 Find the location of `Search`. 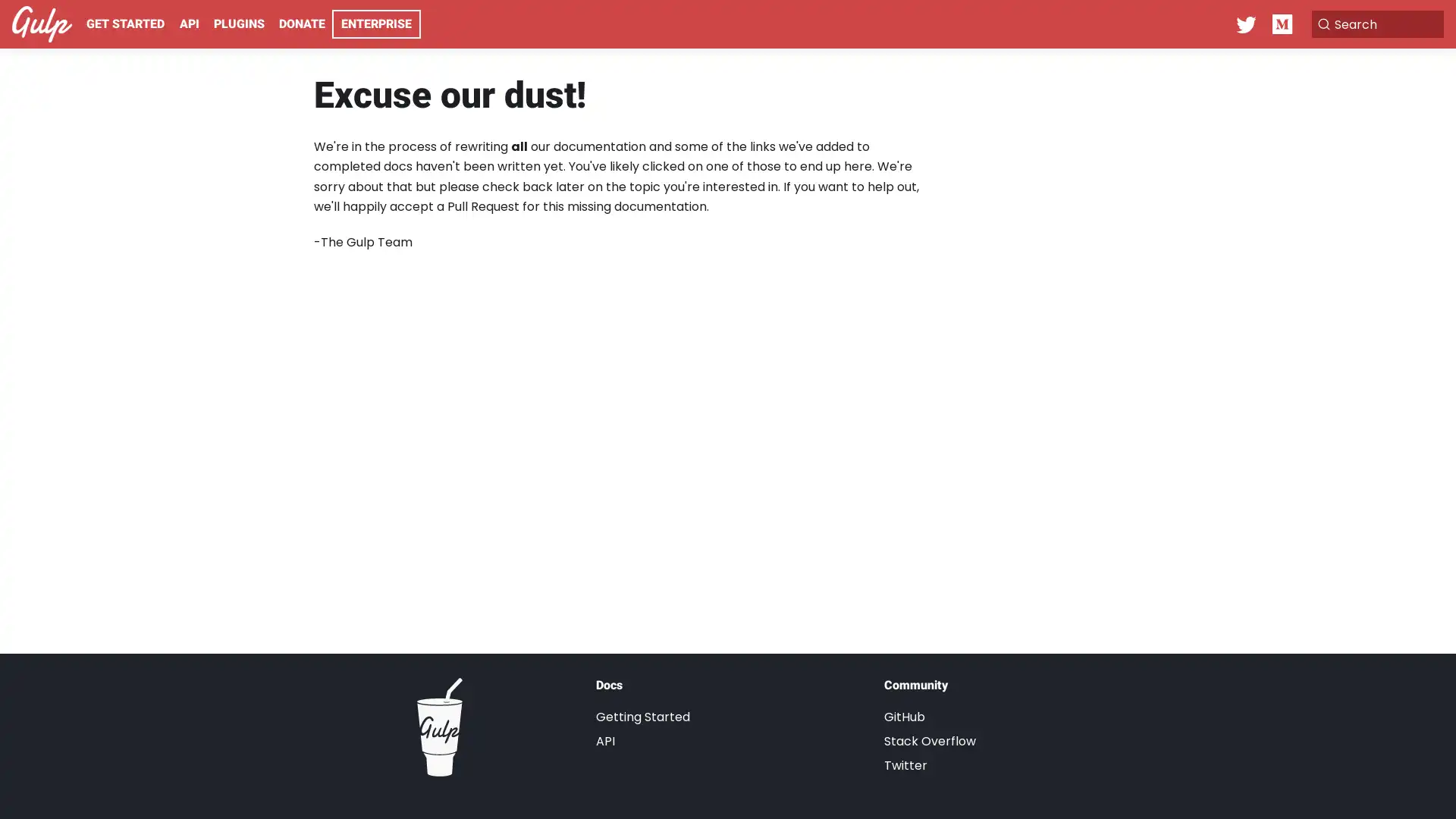

Search is located at coordinates (1368, 24).